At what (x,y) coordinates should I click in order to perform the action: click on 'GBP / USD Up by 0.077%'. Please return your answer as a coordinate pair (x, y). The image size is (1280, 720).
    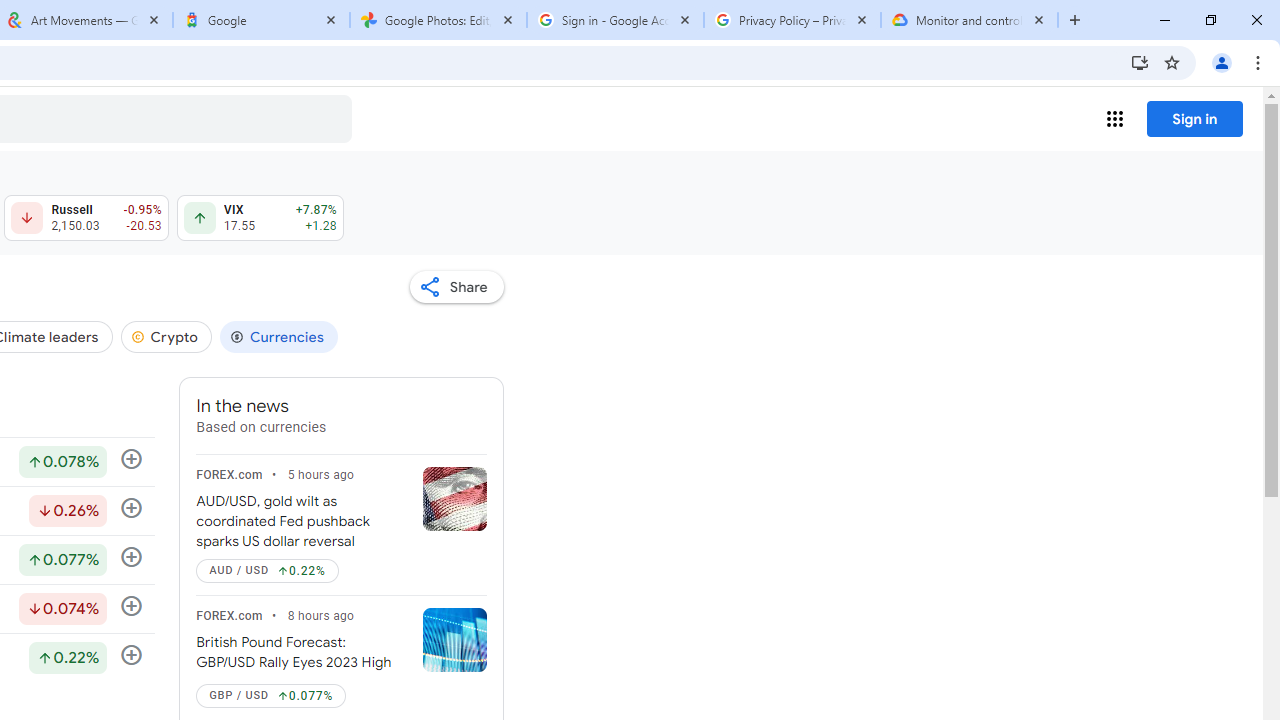
    Looking at the image, I should click on (270, 694).